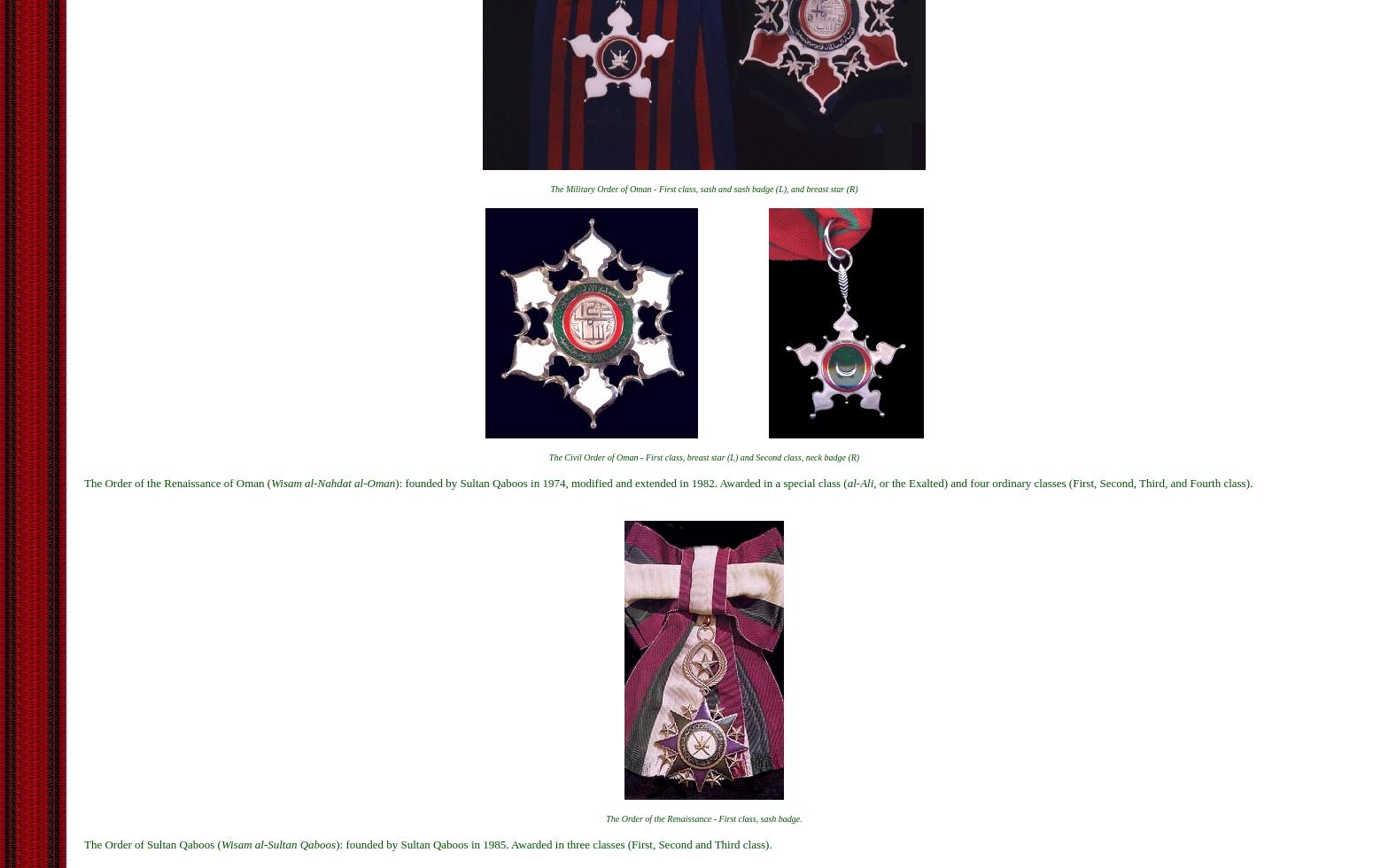  What do you see at coordinates (702, 818) in the screenshot?
I see `'The Order of the Renaissance - First class, sash badge.'` at bounding box center [702, 818].